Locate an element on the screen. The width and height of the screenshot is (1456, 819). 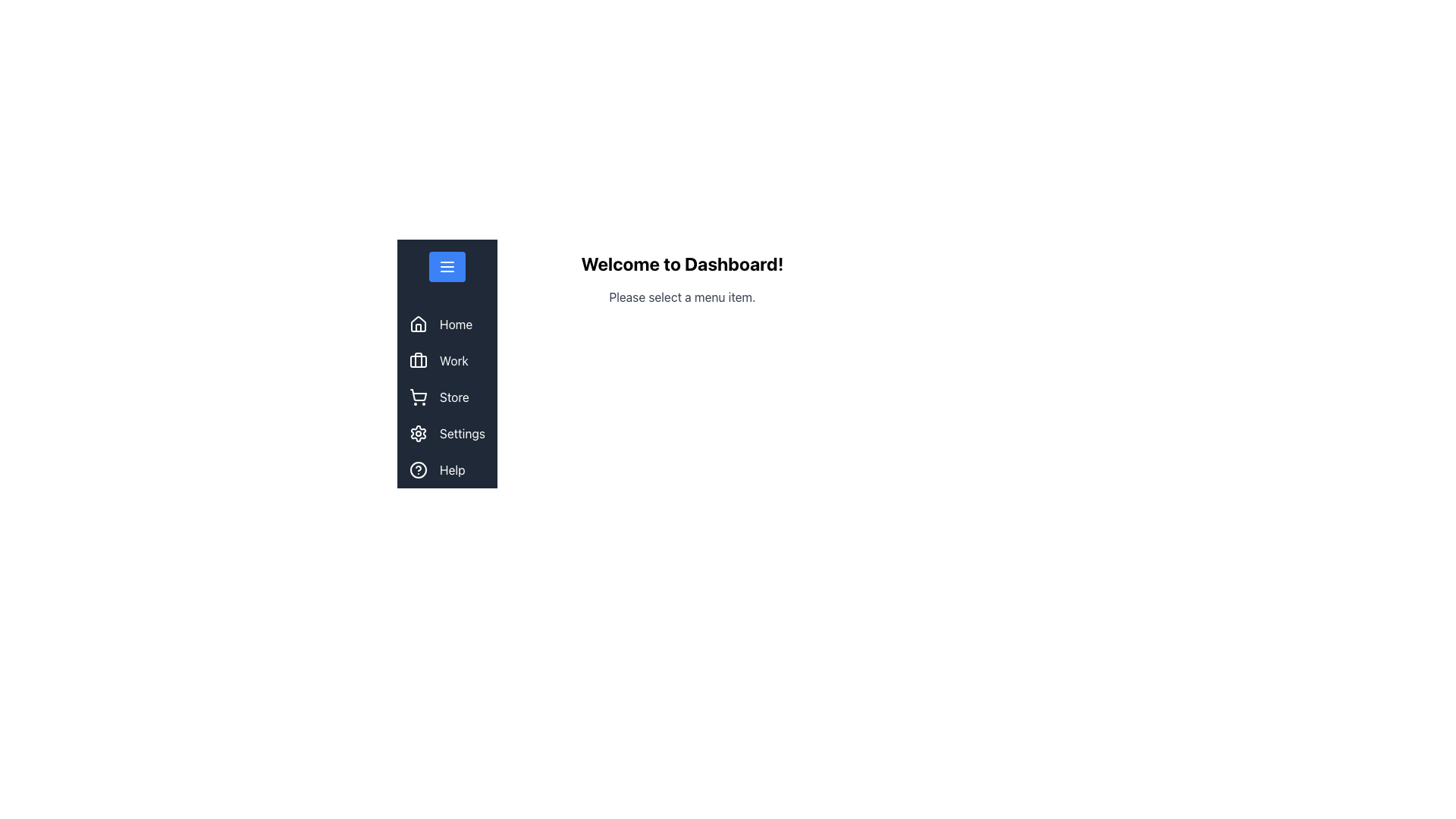
the 'Settings' text label in the vertical menu is located at coordinates (461, 433).